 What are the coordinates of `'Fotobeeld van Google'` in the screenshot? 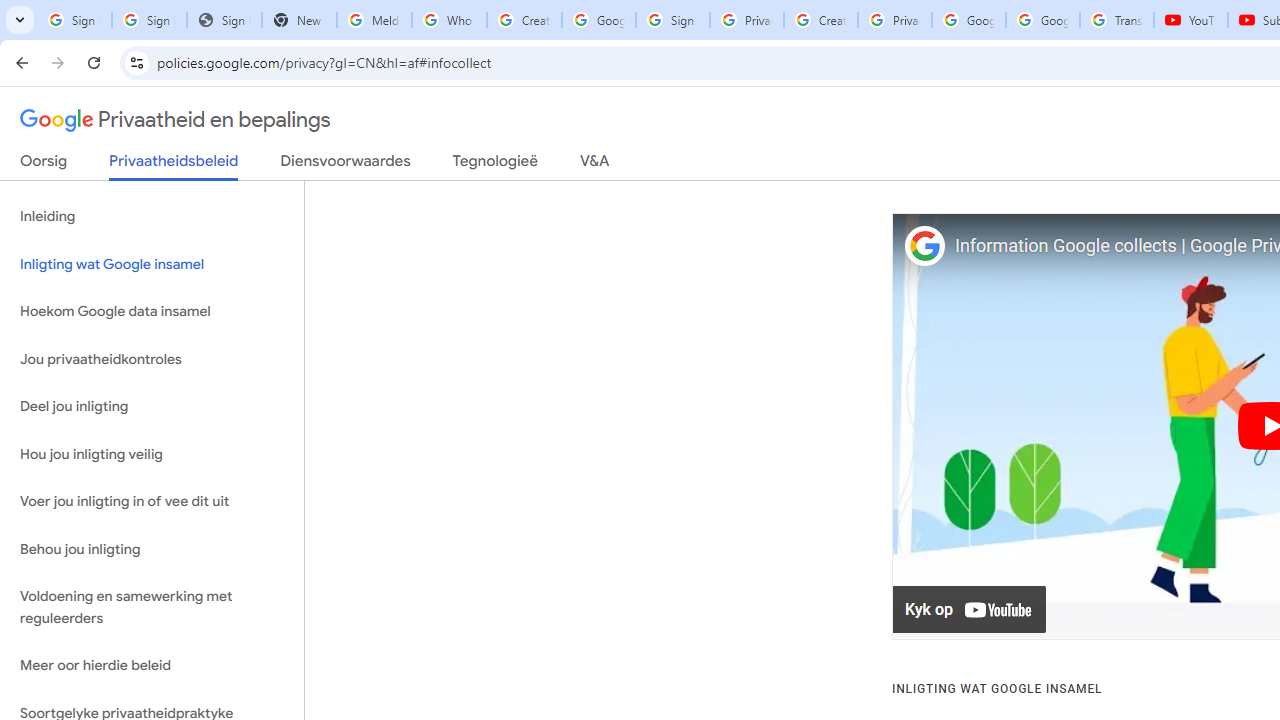 It's located at (923, 245).